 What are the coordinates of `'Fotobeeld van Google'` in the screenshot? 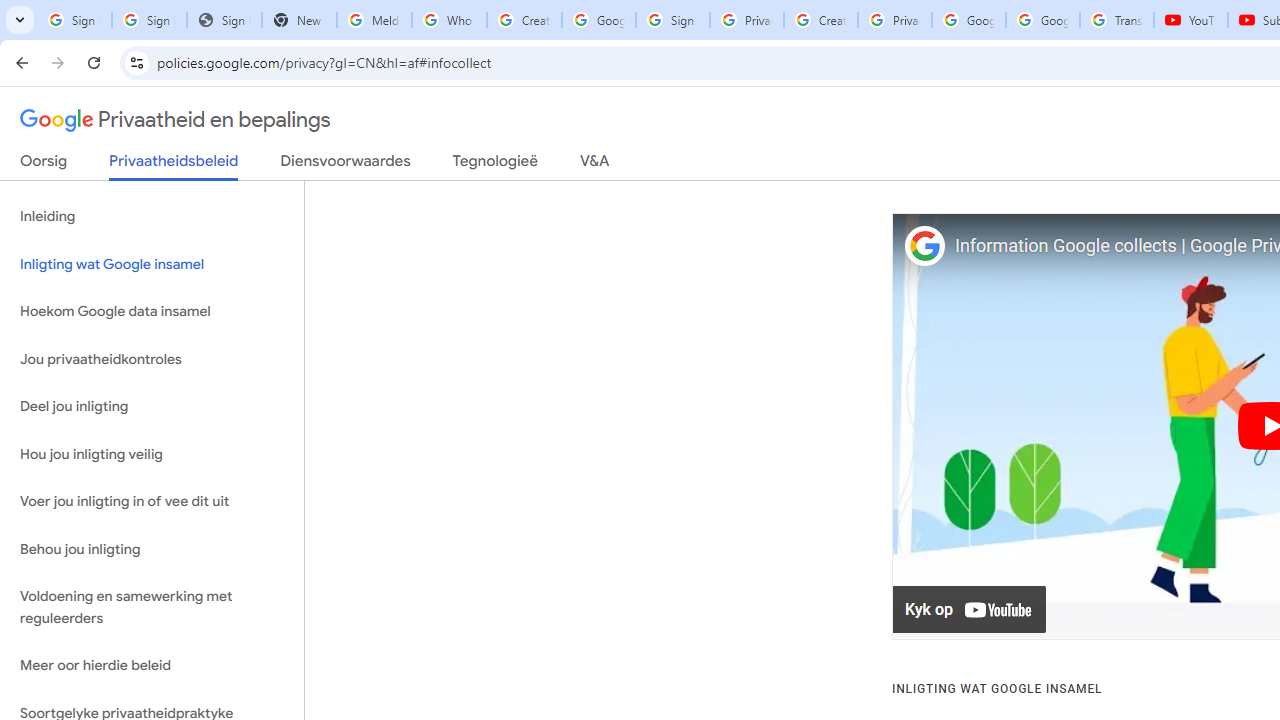 It's located at (923, 245).